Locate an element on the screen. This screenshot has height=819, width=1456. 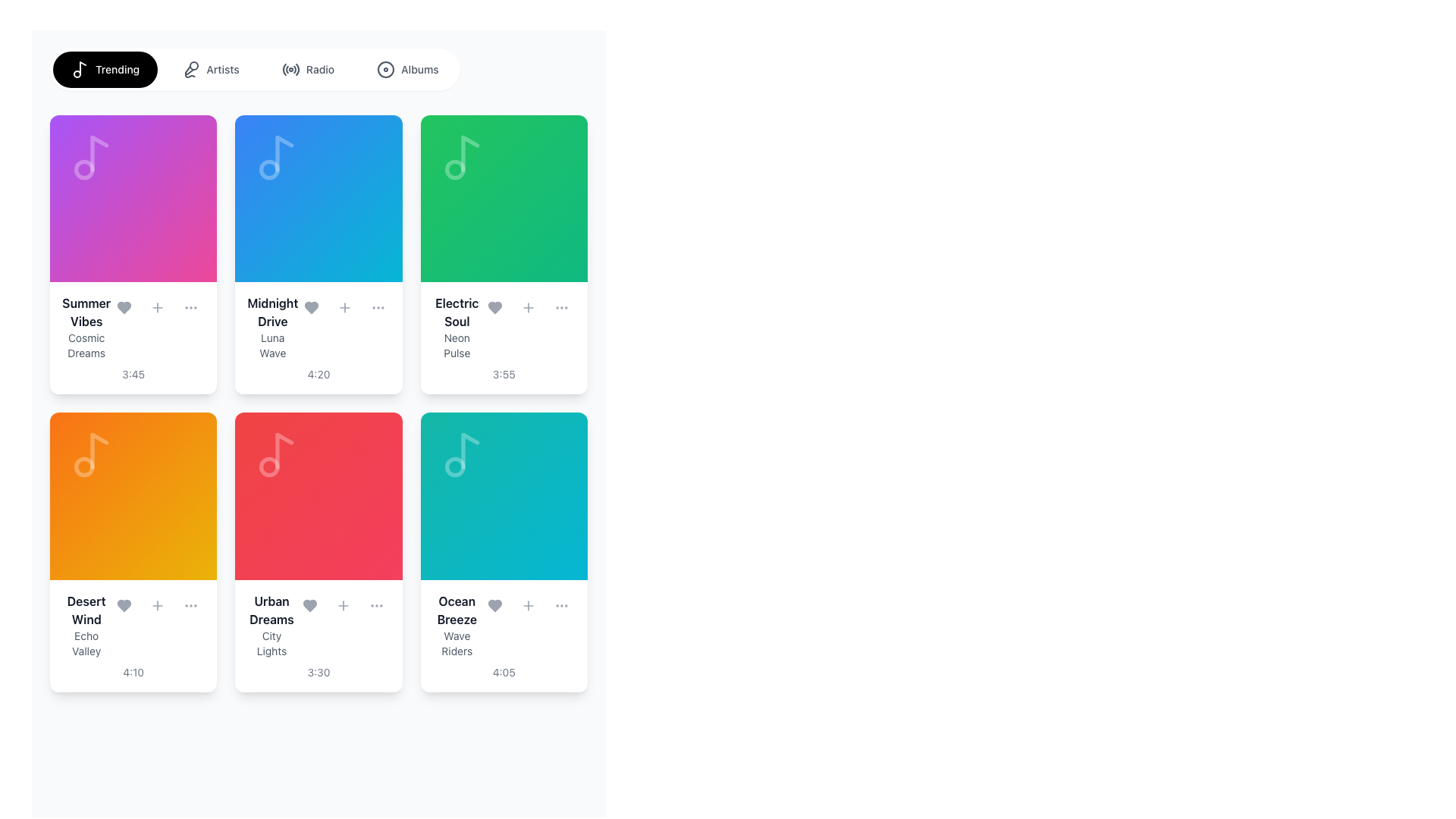
the '+' icon button located at the top-right corner of the 'Urban Dreams' card in the second row of the grid layout is located at coordinates (342, 604).